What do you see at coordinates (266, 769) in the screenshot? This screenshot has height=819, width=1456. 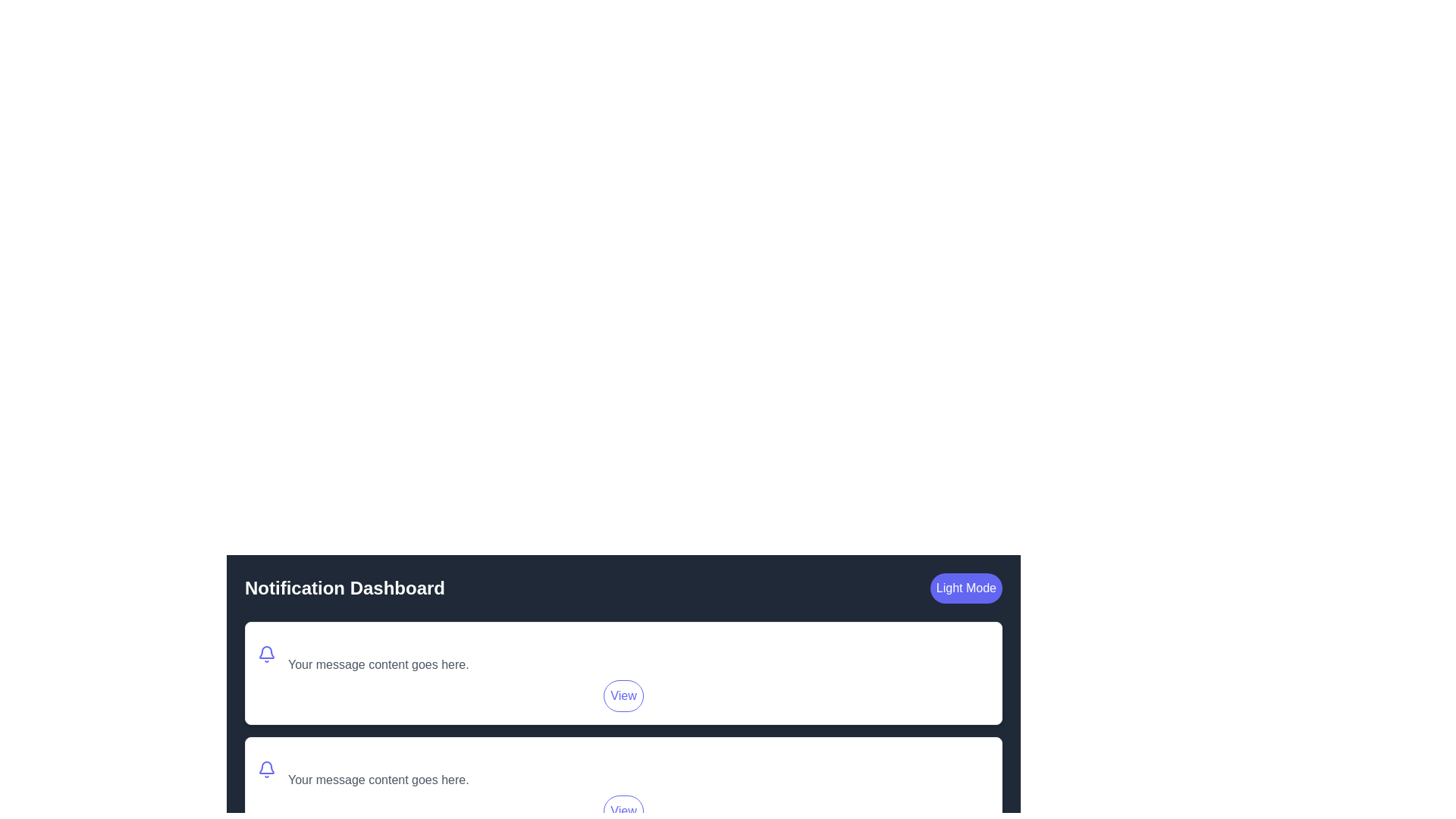 I see `the notification bell icon, which is styled with a thin outline and blue color, located at the top-left corner of the notification card displaying the message 'Your message content goes here.'` at bounding box center [266, 769].